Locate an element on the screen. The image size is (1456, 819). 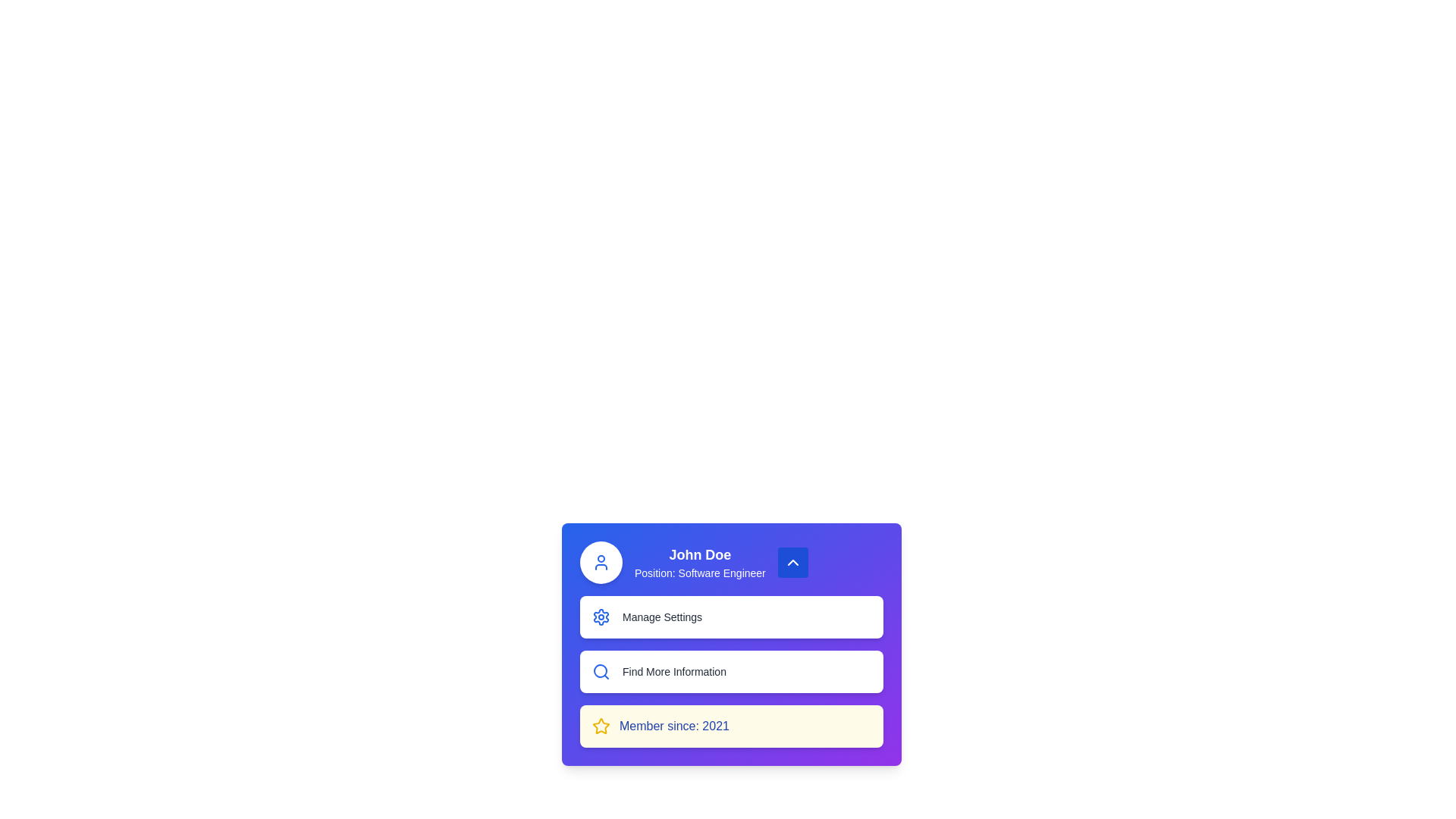
the small chevron-up icon with a blue background and white upward-pointing arrow is located at coordinates (792, 562).